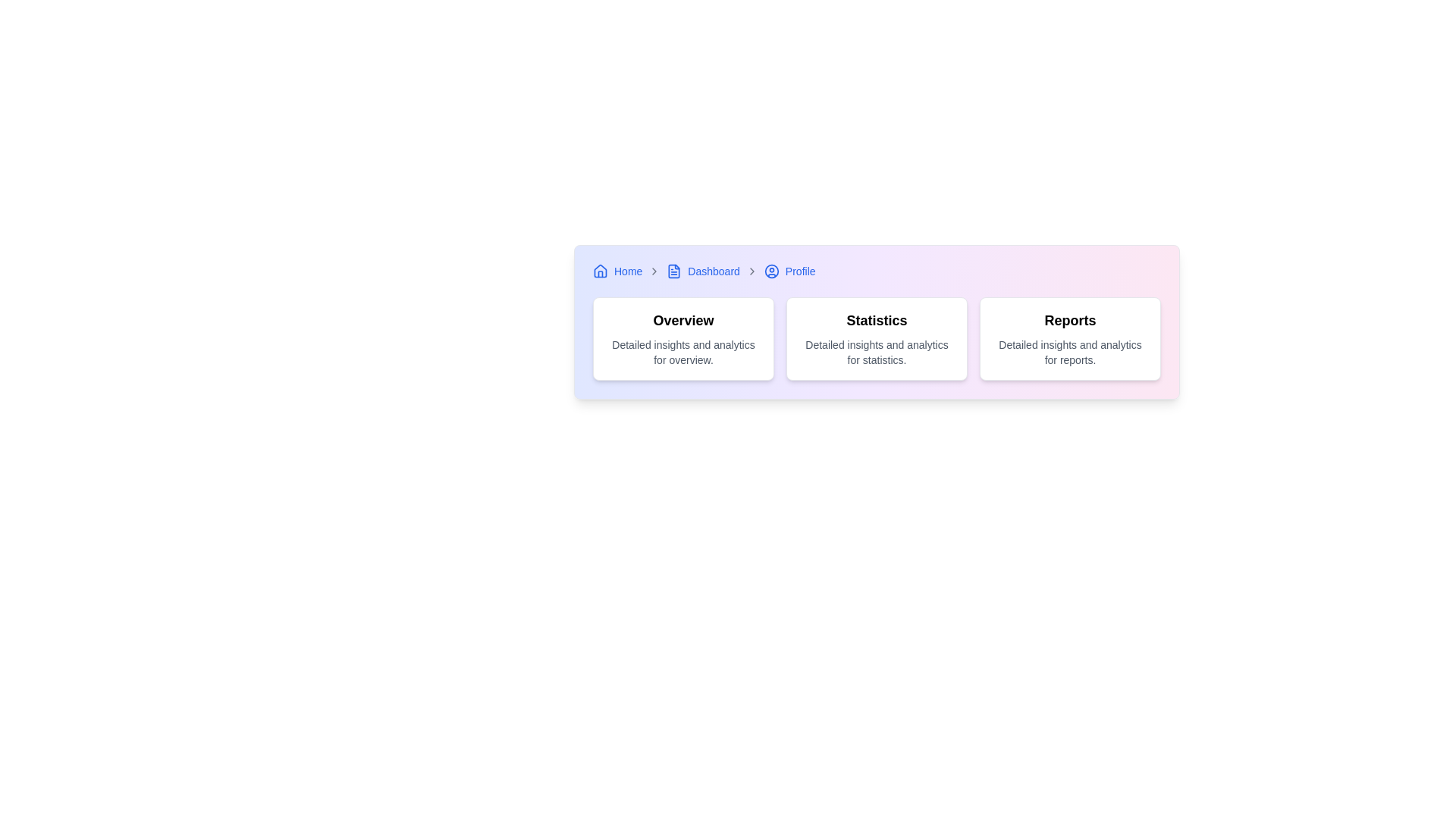 The width and height of the screenshot is (1456, 819). I want to click on the text block that describes 'Detailed insights and analytics for statistics.' located below the 'Statistics' heading in the second card from the left, so click(877, 353).